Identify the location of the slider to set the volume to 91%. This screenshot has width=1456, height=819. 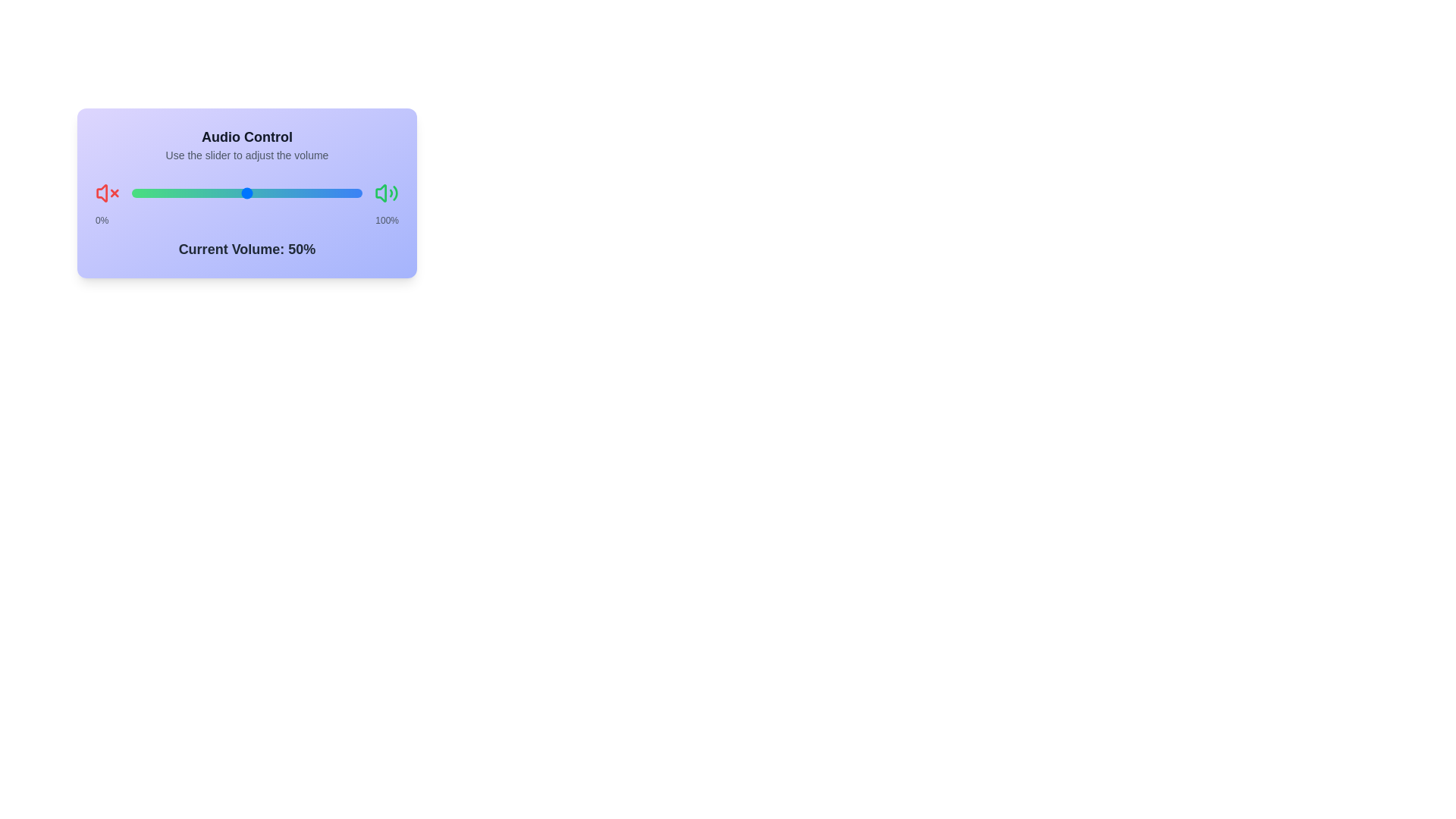
(340, 192).